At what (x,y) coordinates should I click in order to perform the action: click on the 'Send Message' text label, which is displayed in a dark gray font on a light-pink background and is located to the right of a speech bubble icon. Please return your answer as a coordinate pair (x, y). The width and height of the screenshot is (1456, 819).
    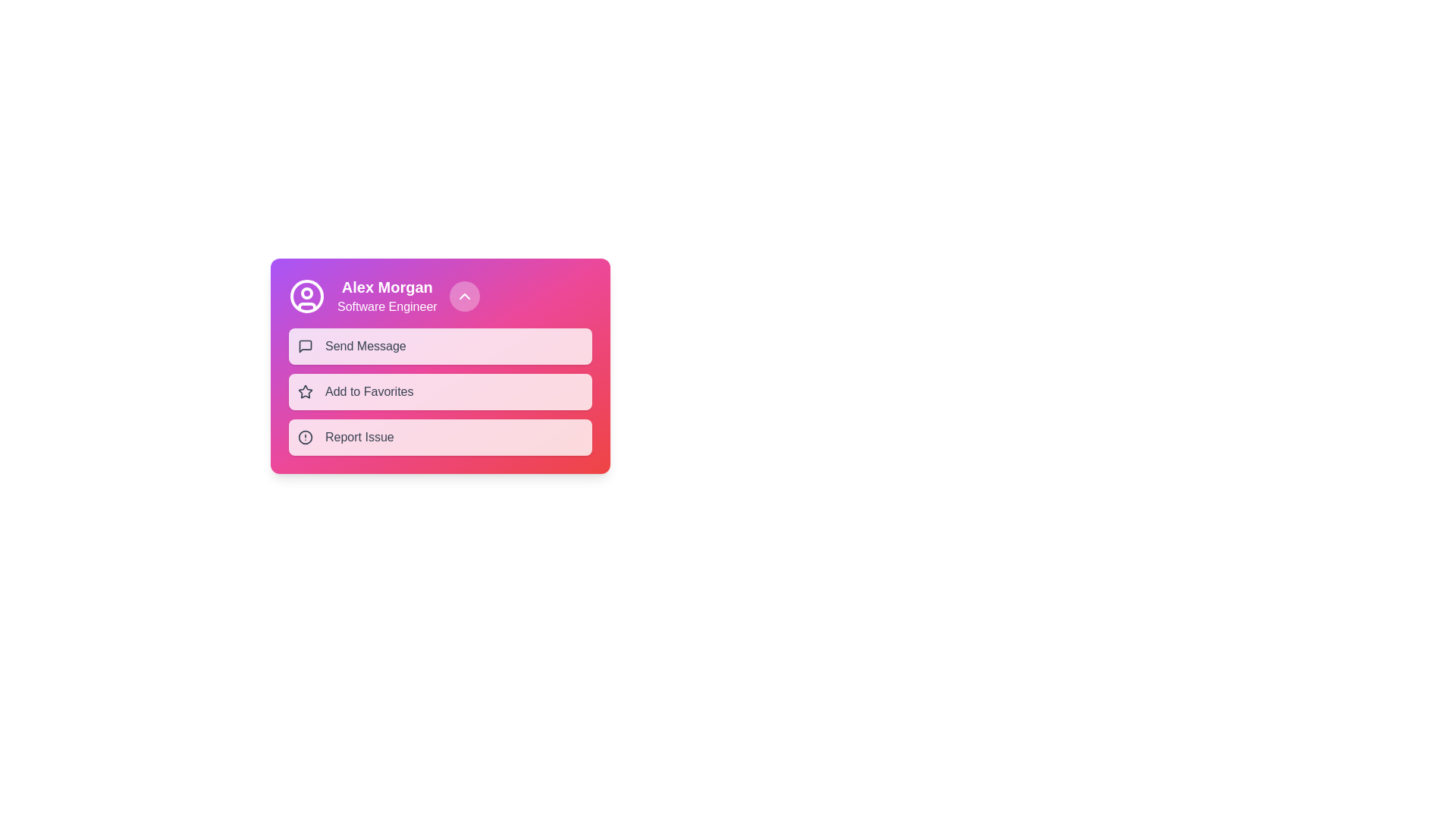
    Looking at the image, I should click on (366, 346).